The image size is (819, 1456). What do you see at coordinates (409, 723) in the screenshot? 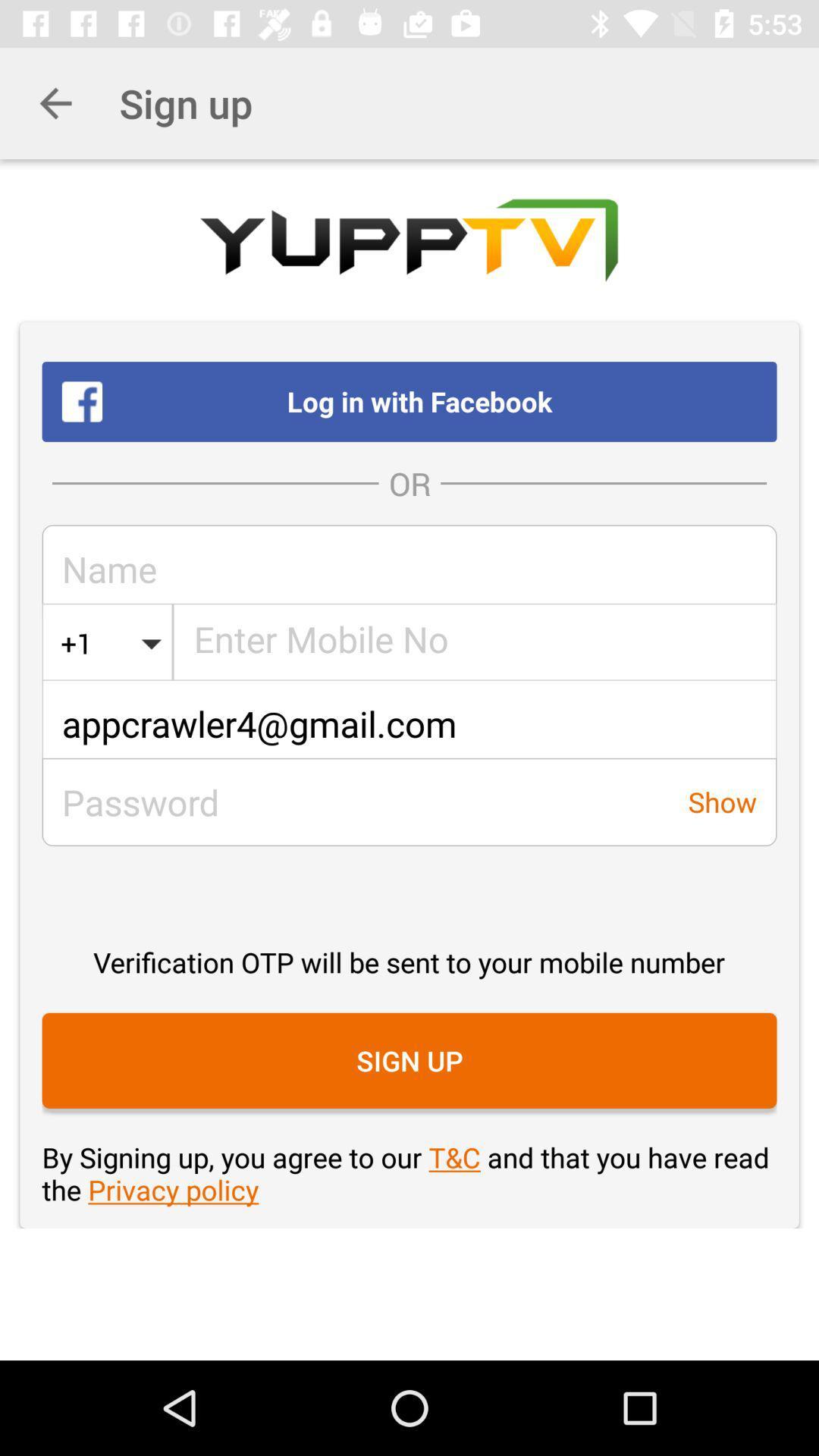
I see `icon above the verification otp will icon` at bounding box center [409, 723].